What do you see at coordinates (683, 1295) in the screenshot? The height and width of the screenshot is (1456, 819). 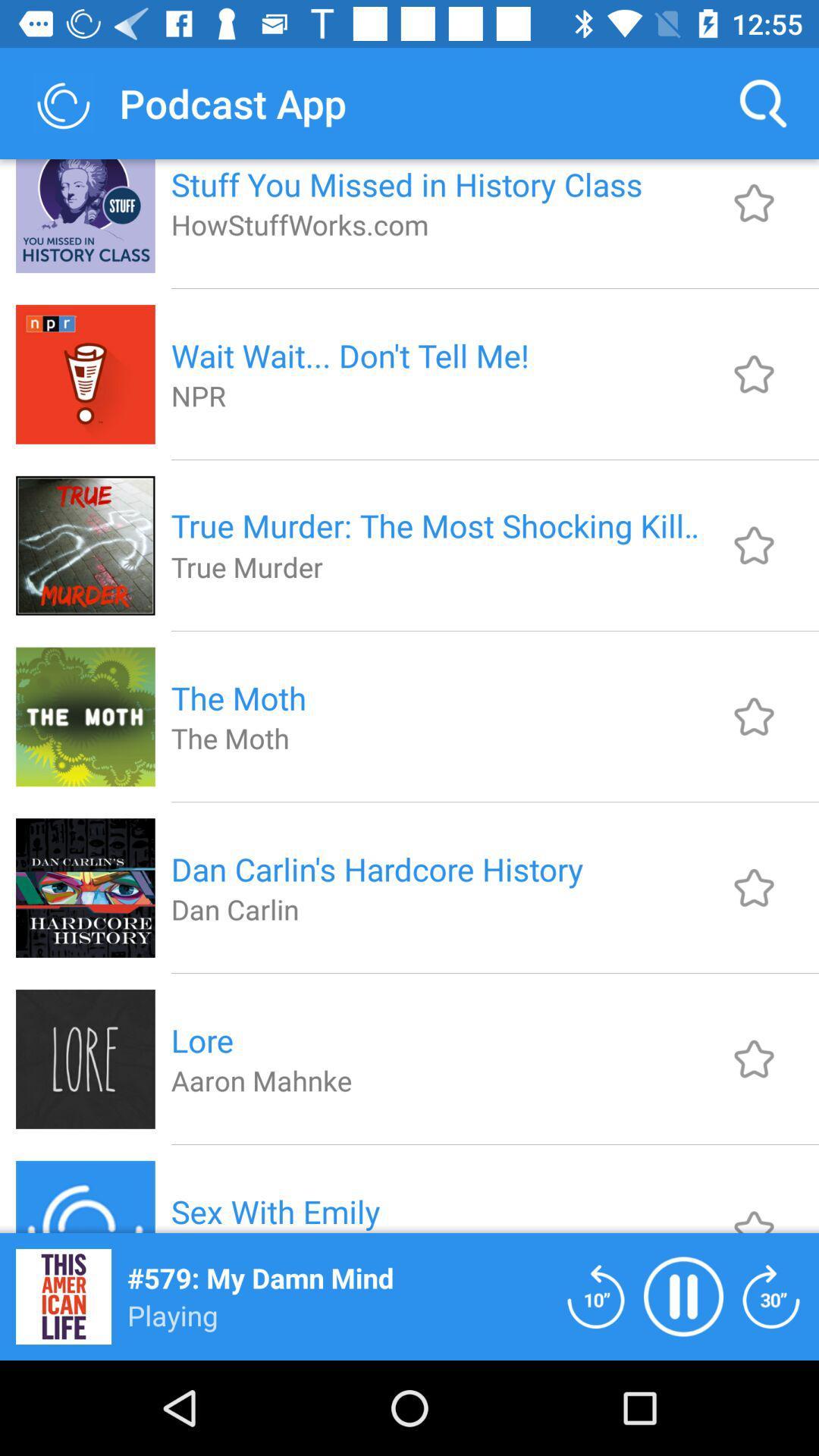 I see `the pause icon` at bounding box center [683, 1295].